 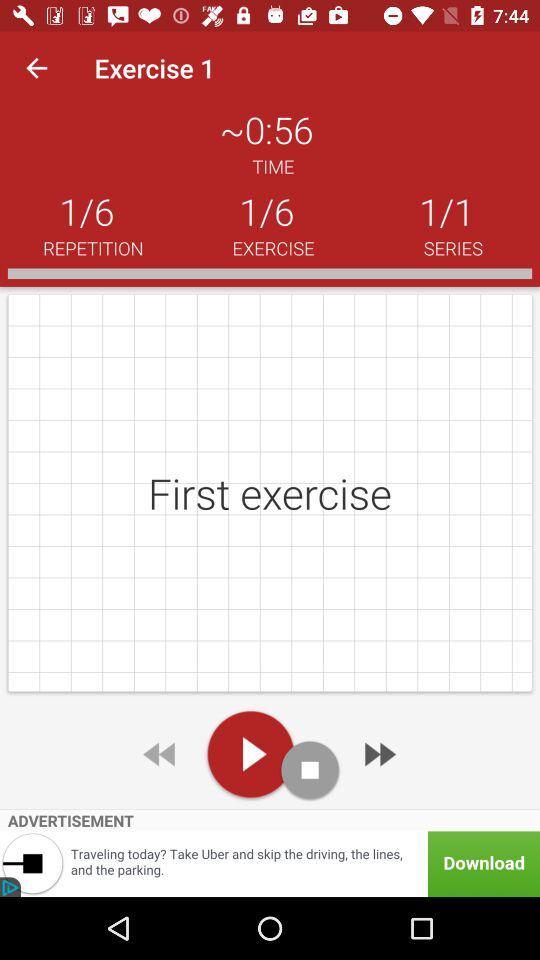 What do you see at coordinates (160, 753) in the screenshot?
I see `undo` at bounding box center [160, 753].